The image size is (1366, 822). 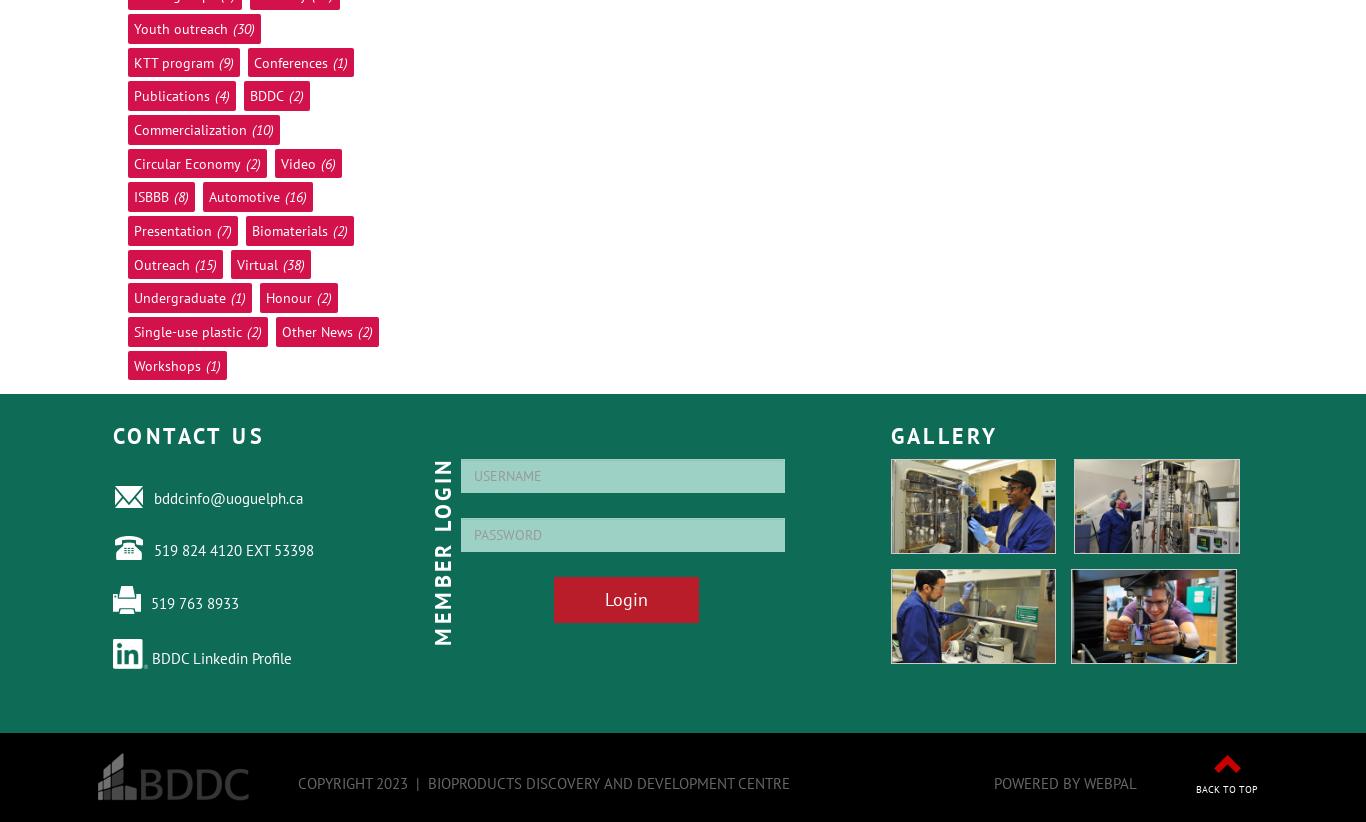 What do you see at coordinates (293, 263) in the screenshot?
I see `'(38)'` at bounding box center [293, 263].